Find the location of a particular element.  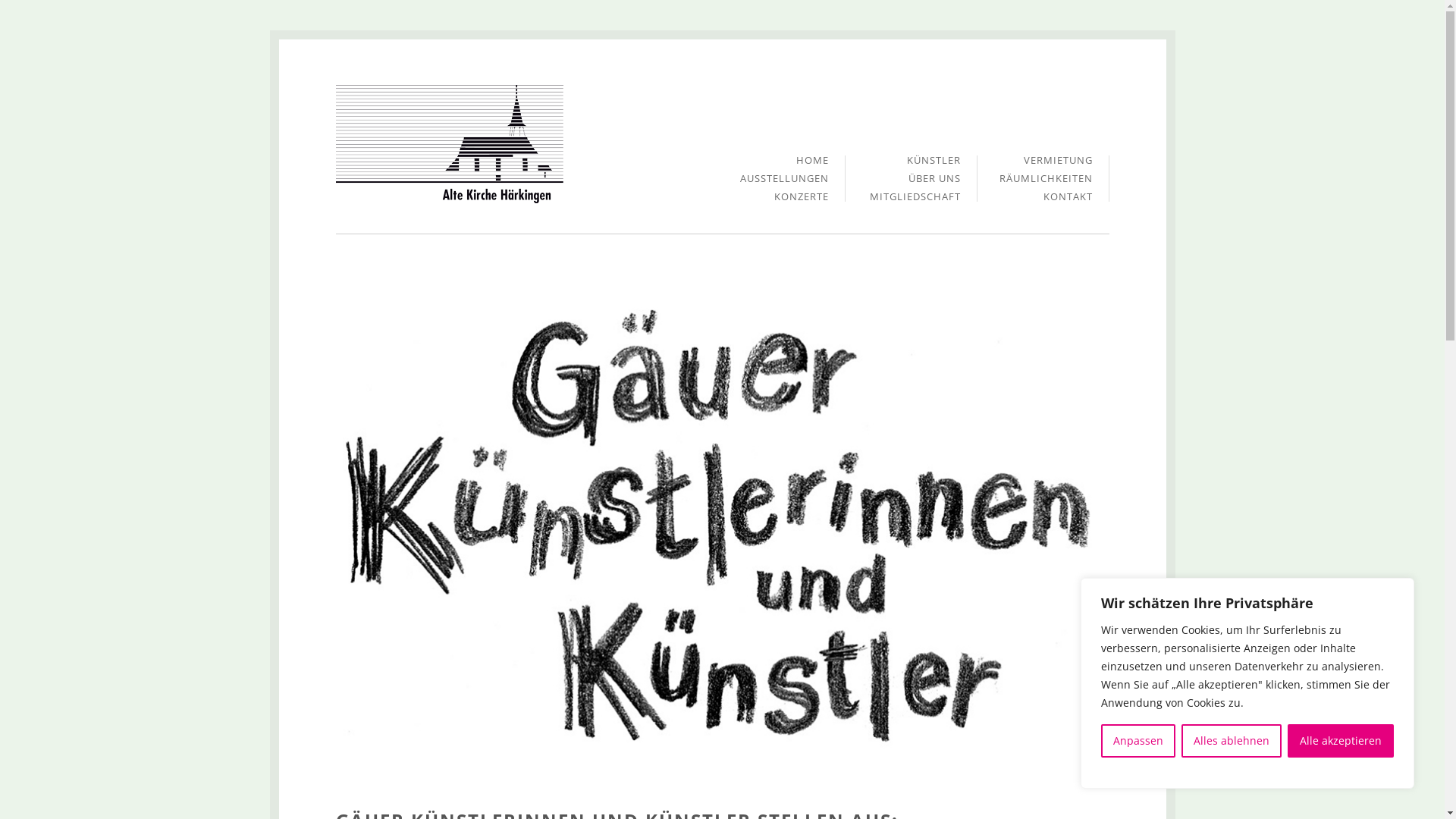

'AUSSTELLUNGEN' is located at coordinates (739, 181).